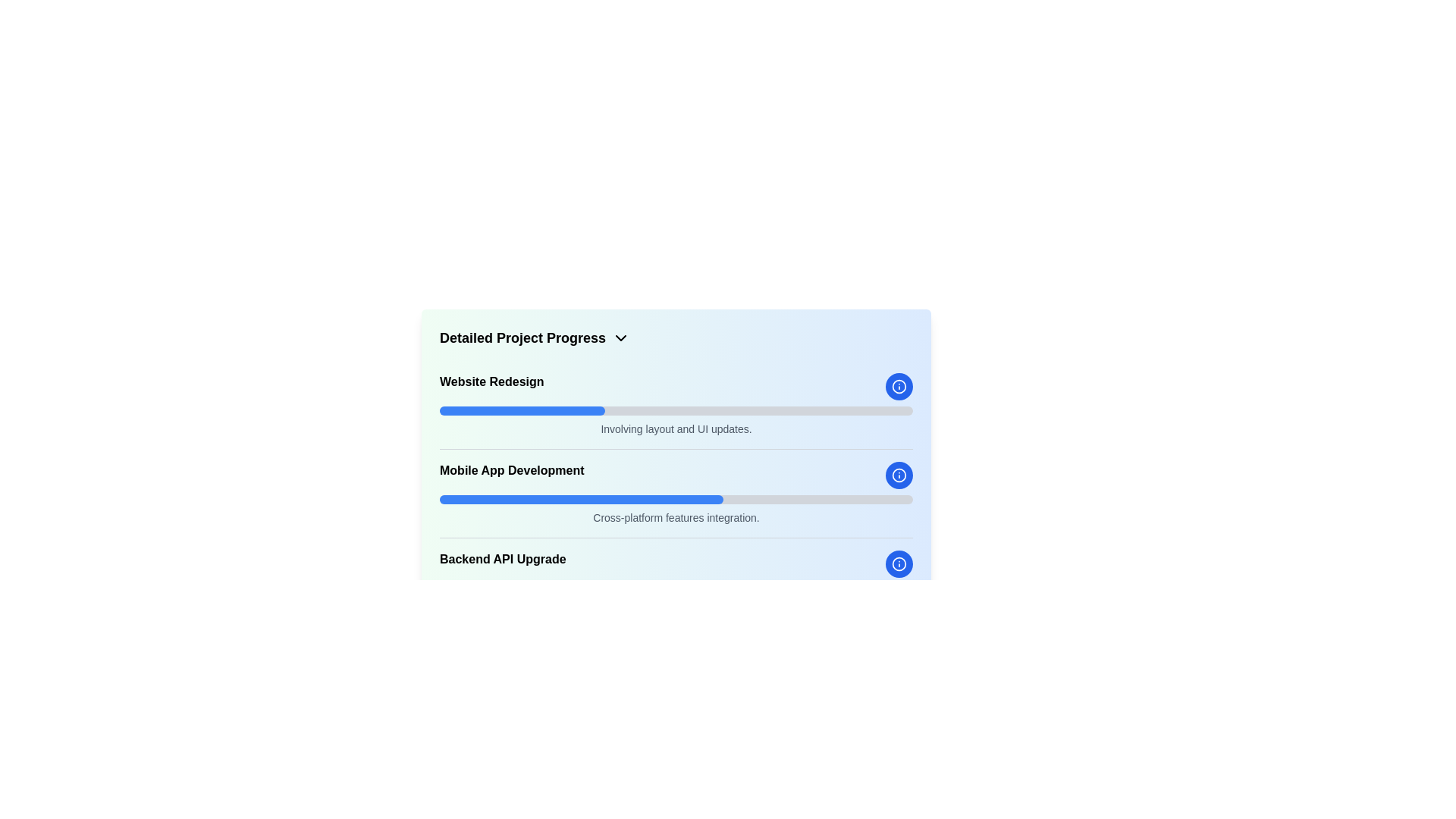 The height and width of the screenshot is (819, 1456). What do you see at coordinates (676, 500) in the screenshot?
I see `the progress bars in the 'Detailed Project Progress' section` at bounding box center [676, 500].